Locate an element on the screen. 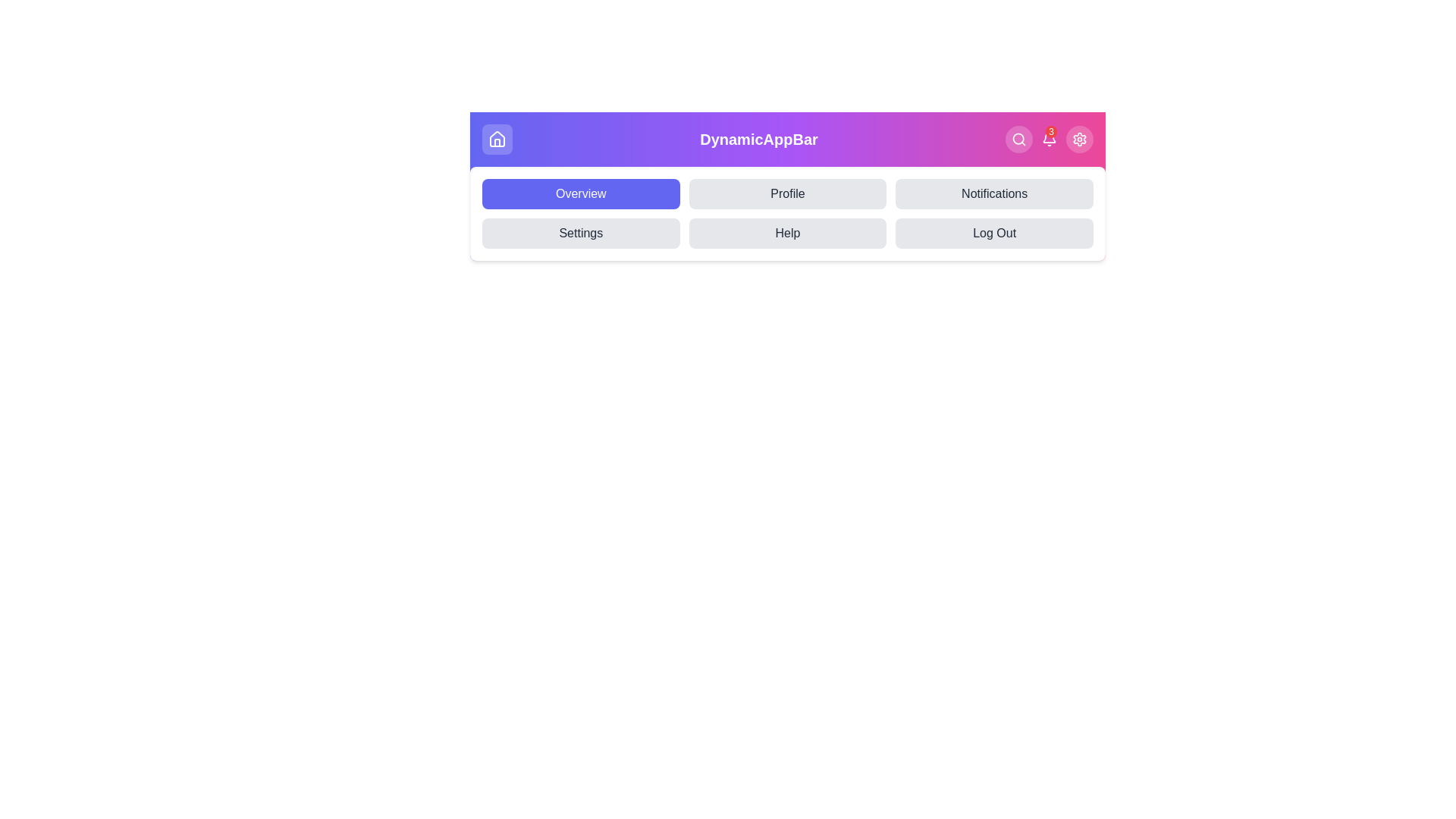  the search button to initiate a search action is located at coordinates (1019, 140).